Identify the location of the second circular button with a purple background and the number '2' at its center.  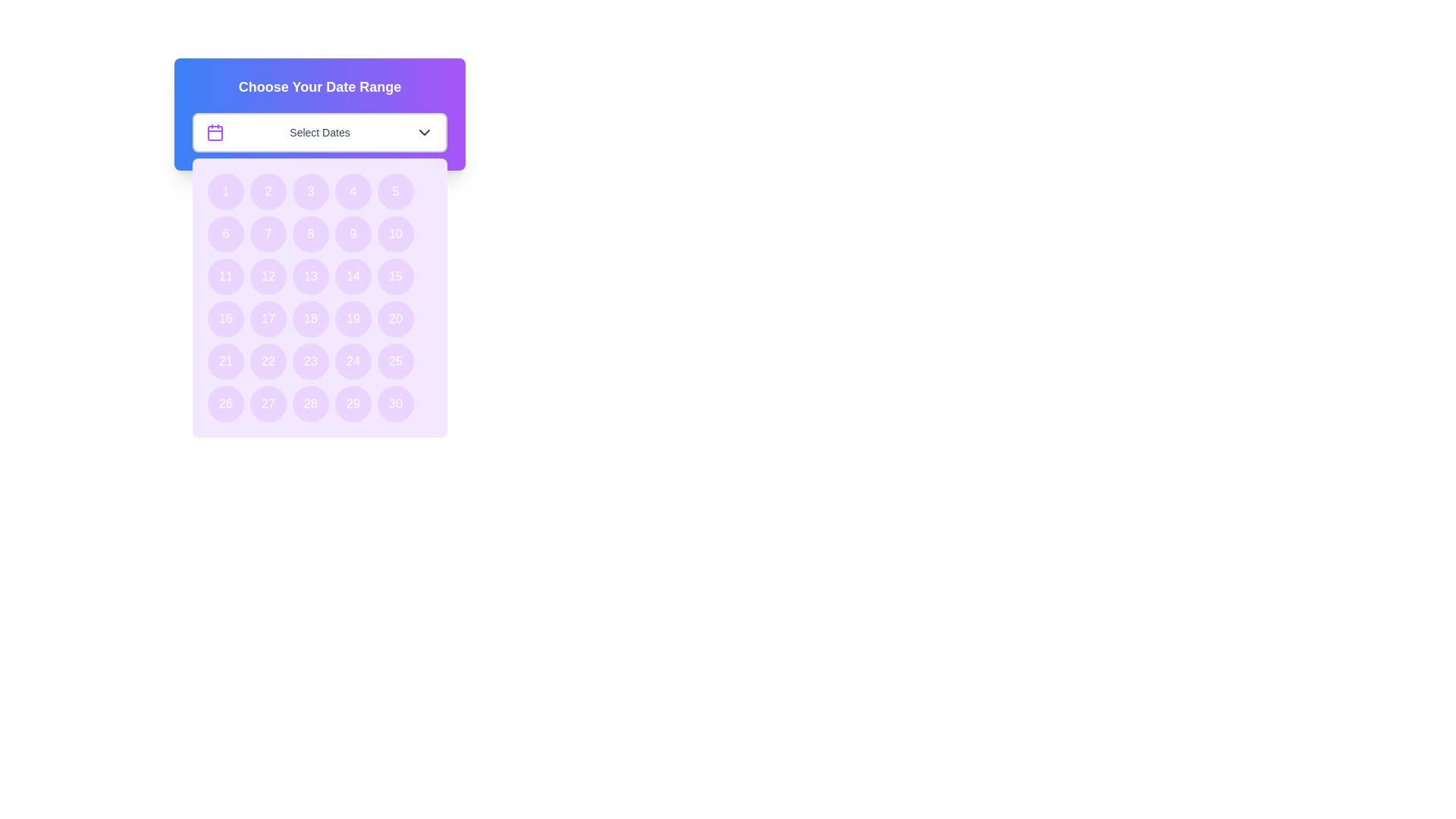
(268, 191).